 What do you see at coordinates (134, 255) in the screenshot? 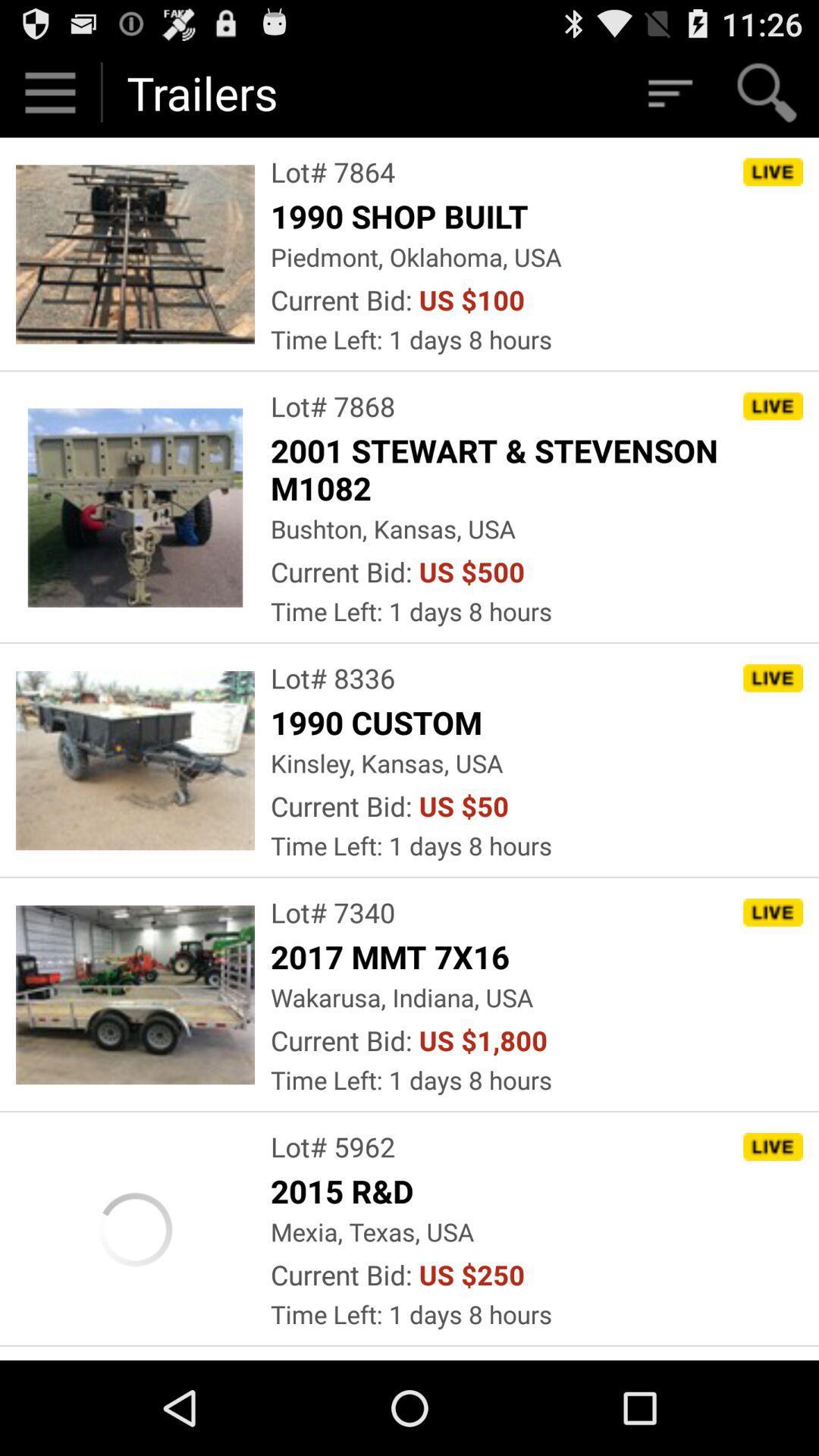
I see `the first image` at bounding box center [134, 255].